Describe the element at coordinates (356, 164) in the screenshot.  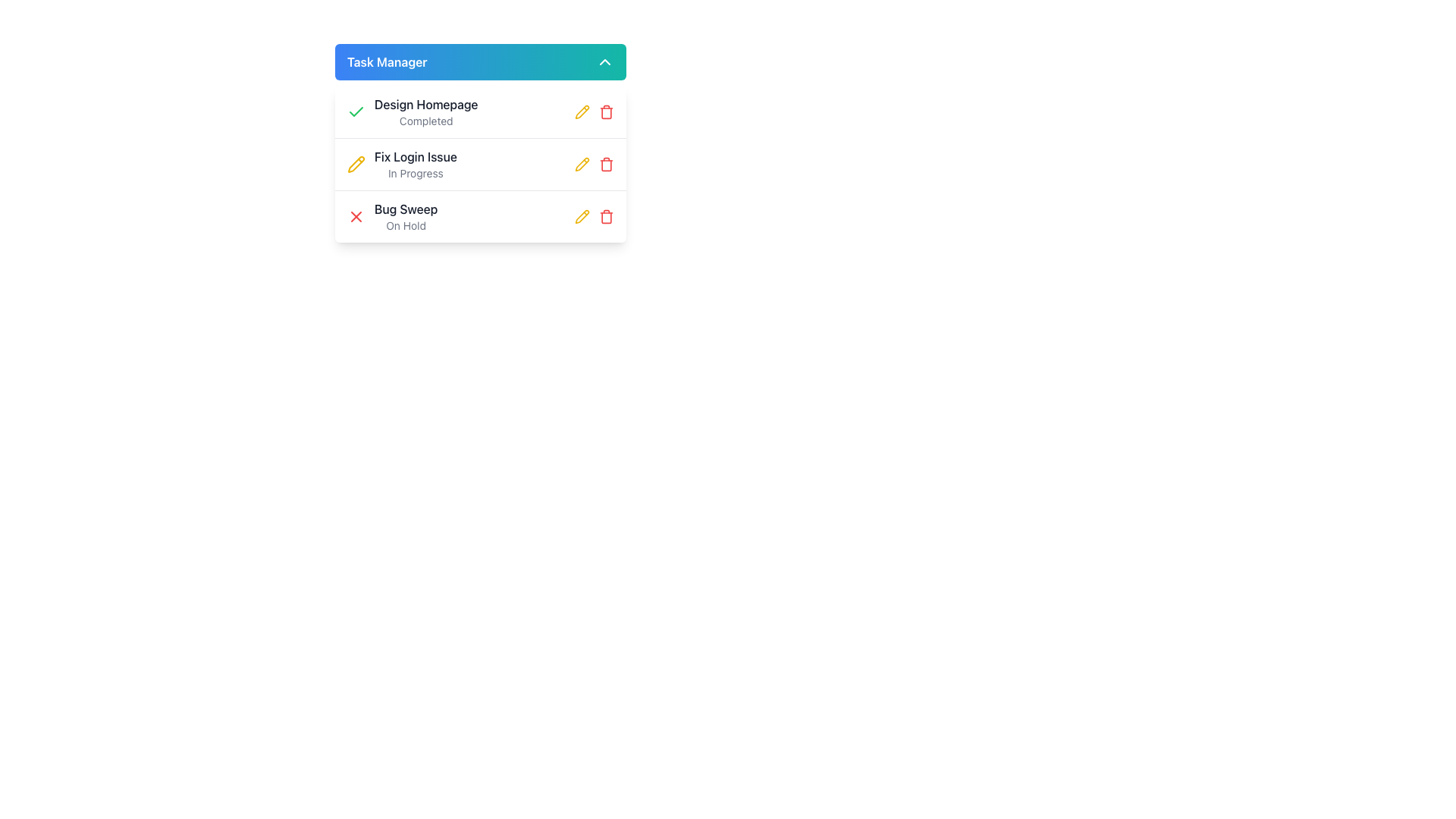
I see `the lower part of the pencil icon, which indicates the edit functionality for the corresponding task entry, located to the right of the task titles` at that location.